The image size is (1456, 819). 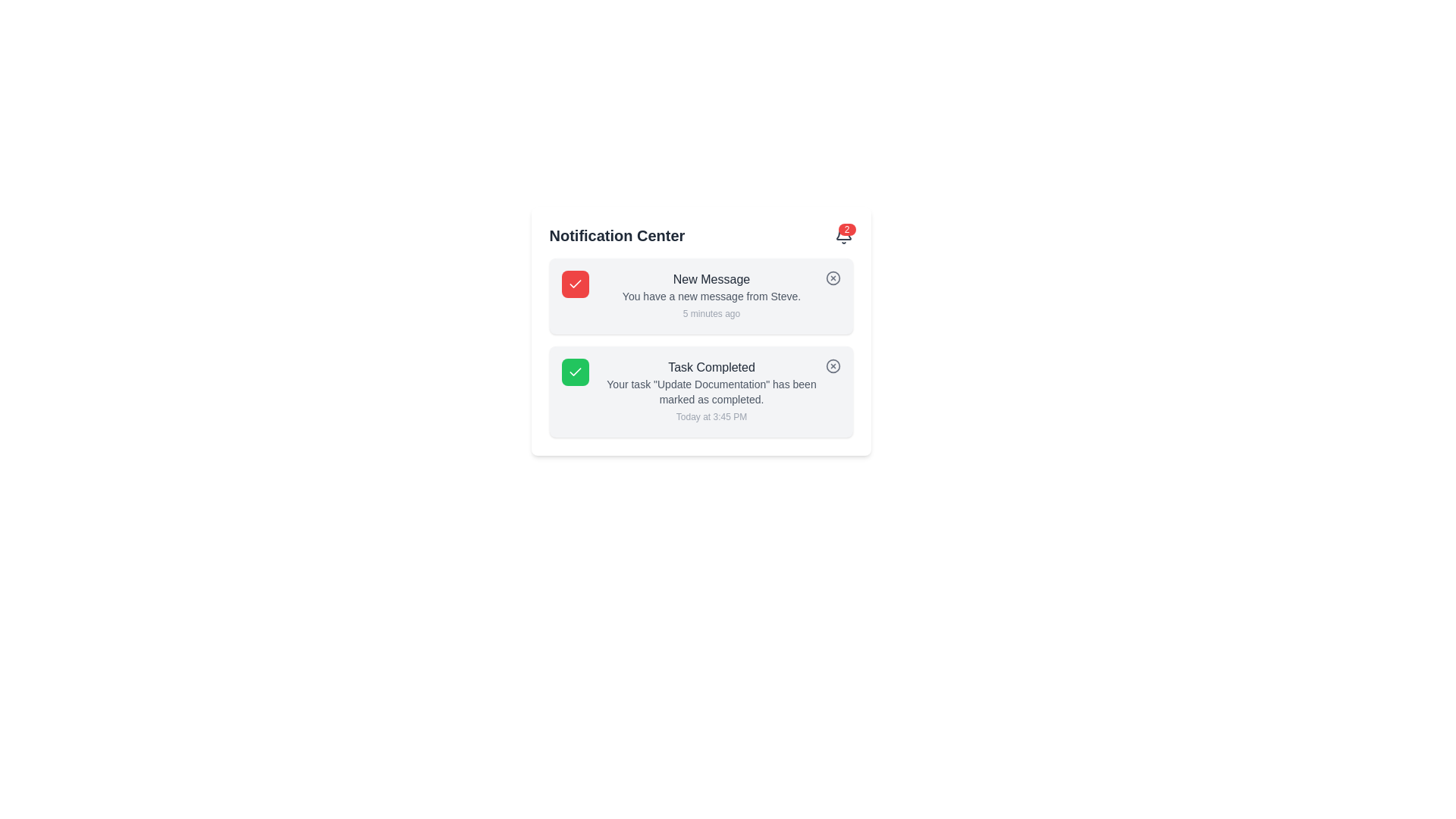 I want to click on the 'New Message' text label, which is styled in medium-weight font and dark gray color, located at the top of the notification card, so click(x=711, y=280).